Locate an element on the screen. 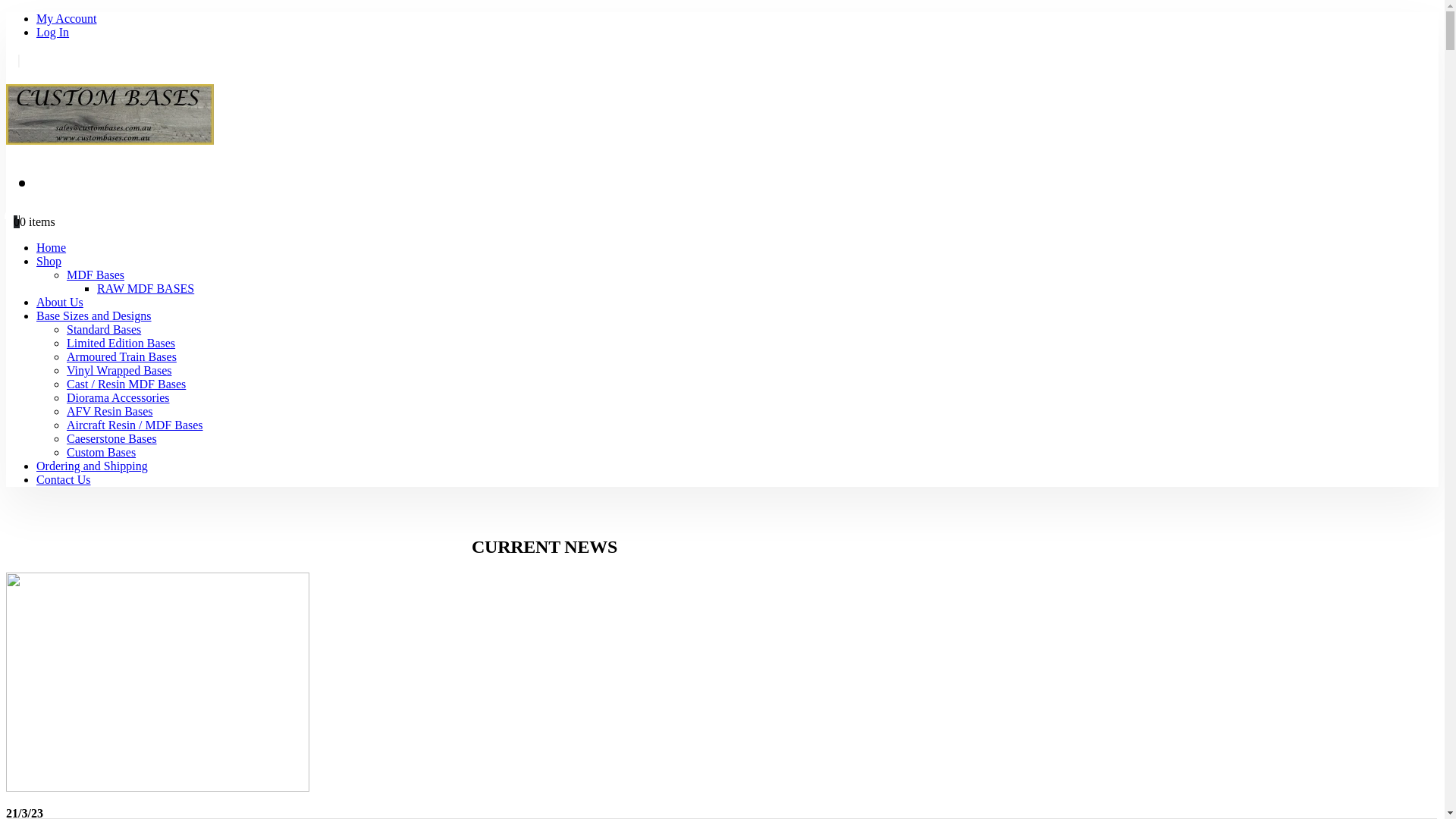 Image resolution: width=1456 pixels, height=819 pixels. 'Aircraft Resin / MDF Bases' is located at coordinates (134, 425).